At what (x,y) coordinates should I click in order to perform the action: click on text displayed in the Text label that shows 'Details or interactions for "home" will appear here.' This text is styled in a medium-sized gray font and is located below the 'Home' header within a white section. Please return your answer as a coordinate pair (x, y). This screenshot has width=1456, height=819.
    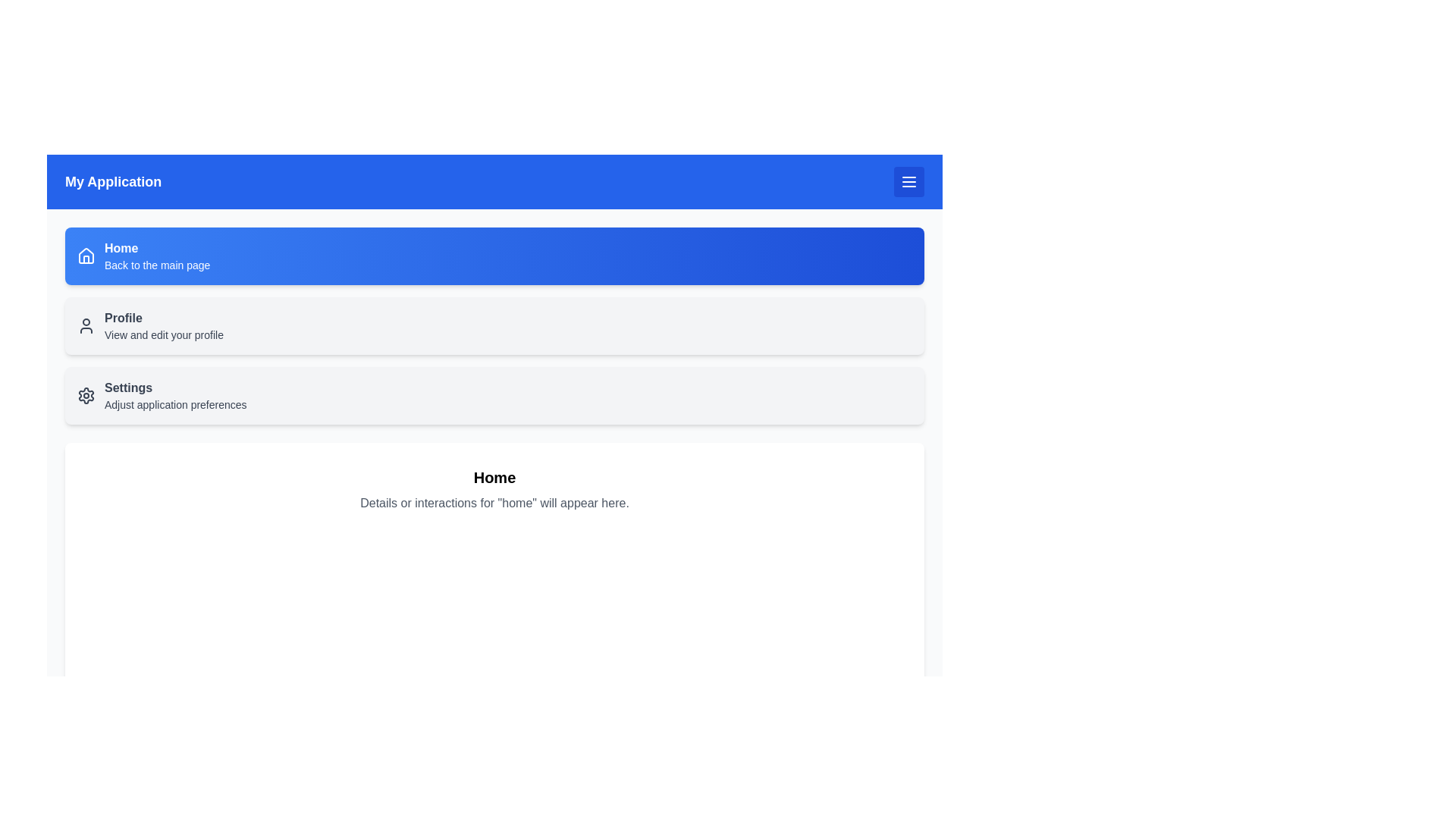
    Looking at the image, I should click on (494, 503).